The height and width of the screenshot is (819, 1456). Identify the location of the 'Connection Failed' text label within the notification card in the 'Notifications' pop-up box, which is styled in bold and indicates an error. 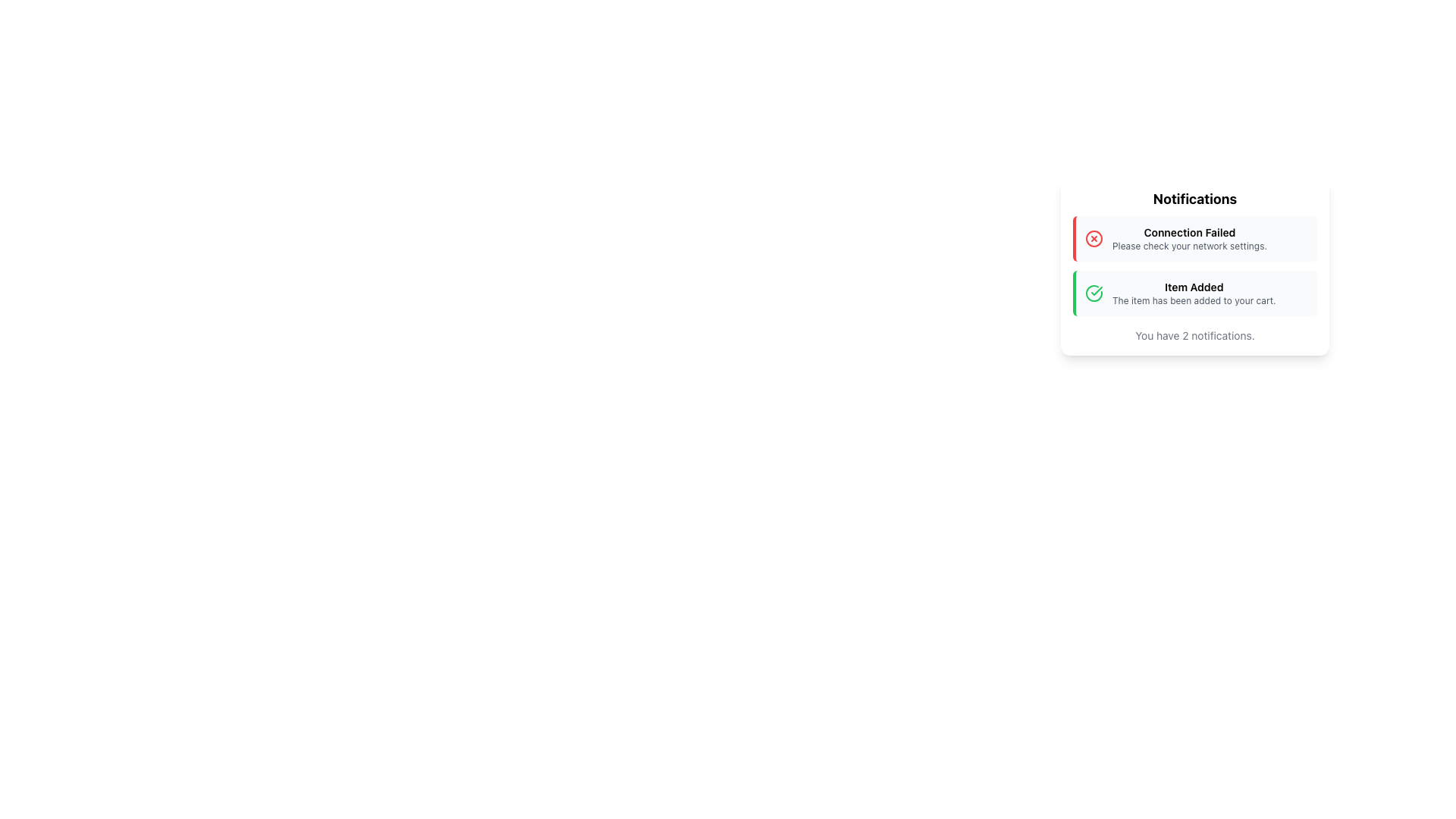
(1189, 233).